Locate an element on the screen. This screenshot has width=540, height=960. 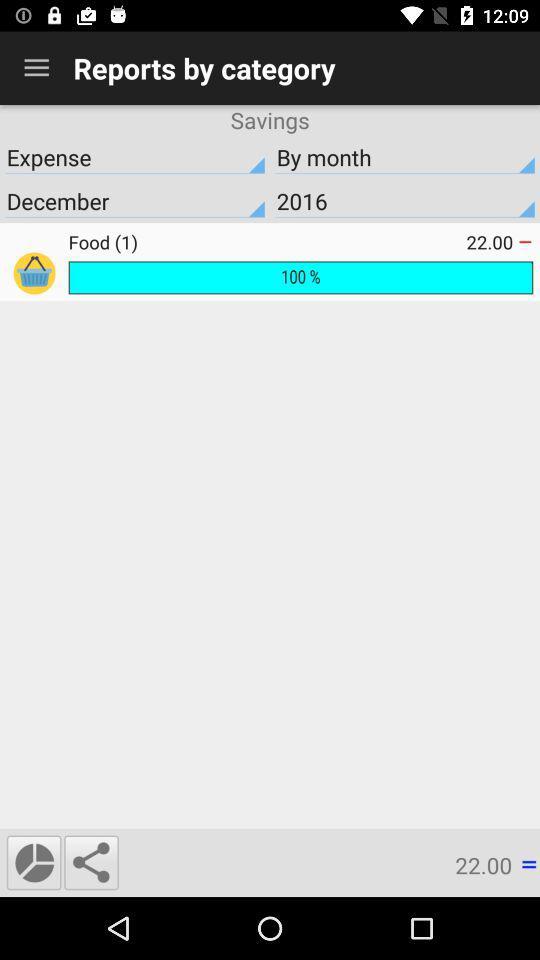
share the report is located at coordinates (90, 861).